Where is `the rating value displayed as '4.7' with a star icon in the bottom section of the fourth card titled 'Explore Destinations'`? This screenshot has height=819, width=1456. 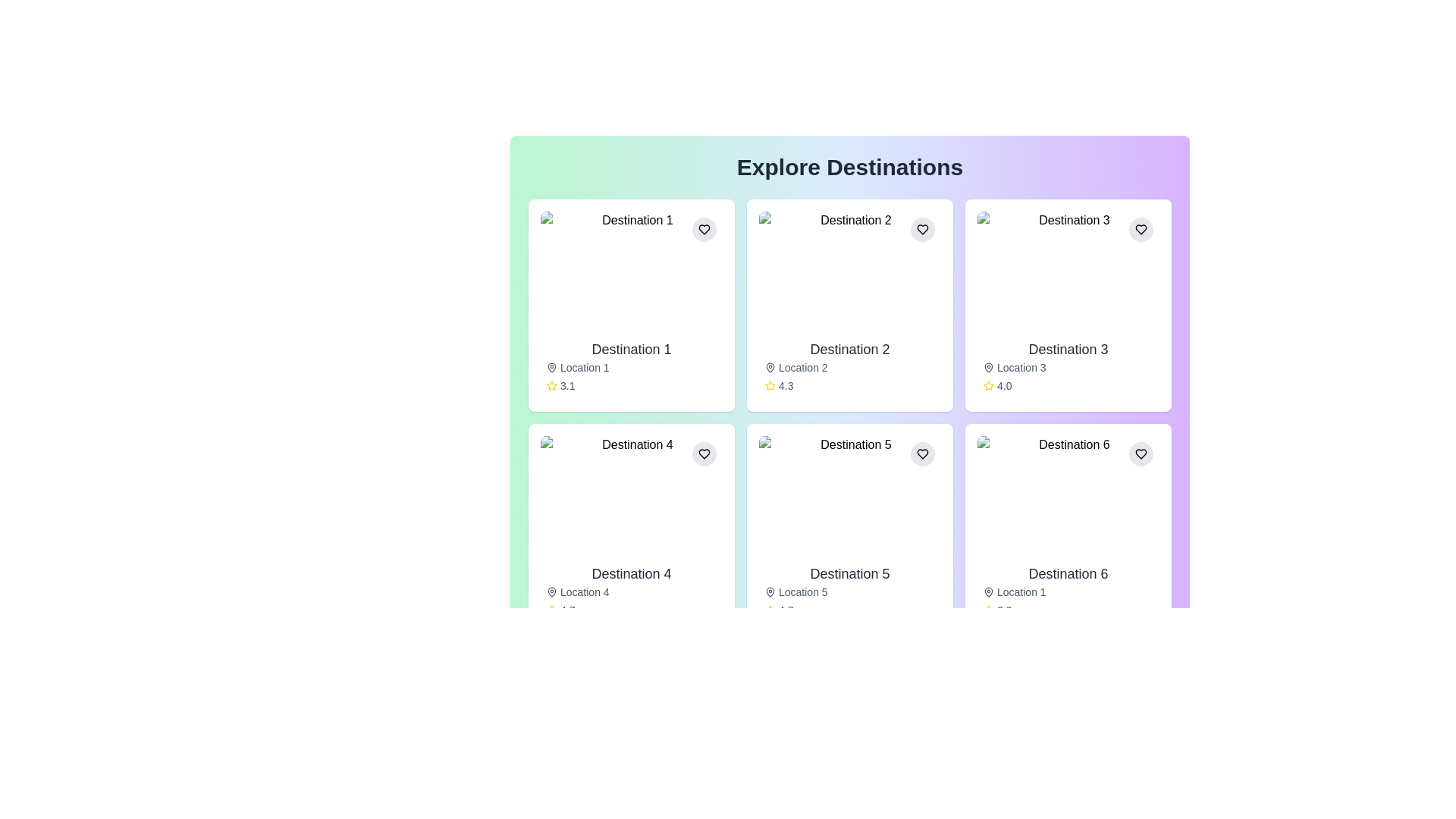 the rating value displayed as '4.7' with a star icon in the bottom section of the fourth card titled 'Explore Destinations' is located at coordinates (632, 610).